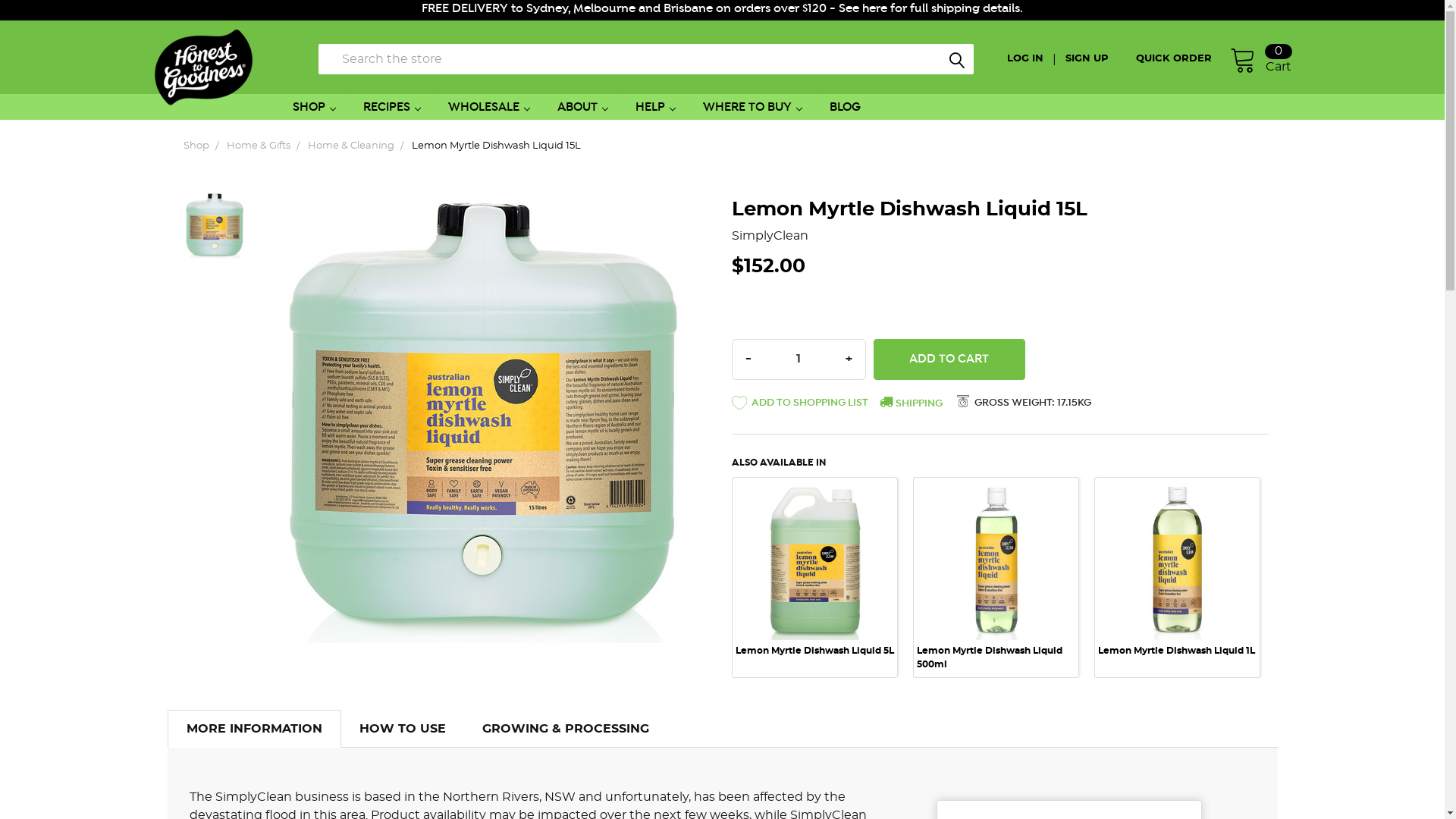  I want to click on 'Home & Cleaning', so click(350, 146).